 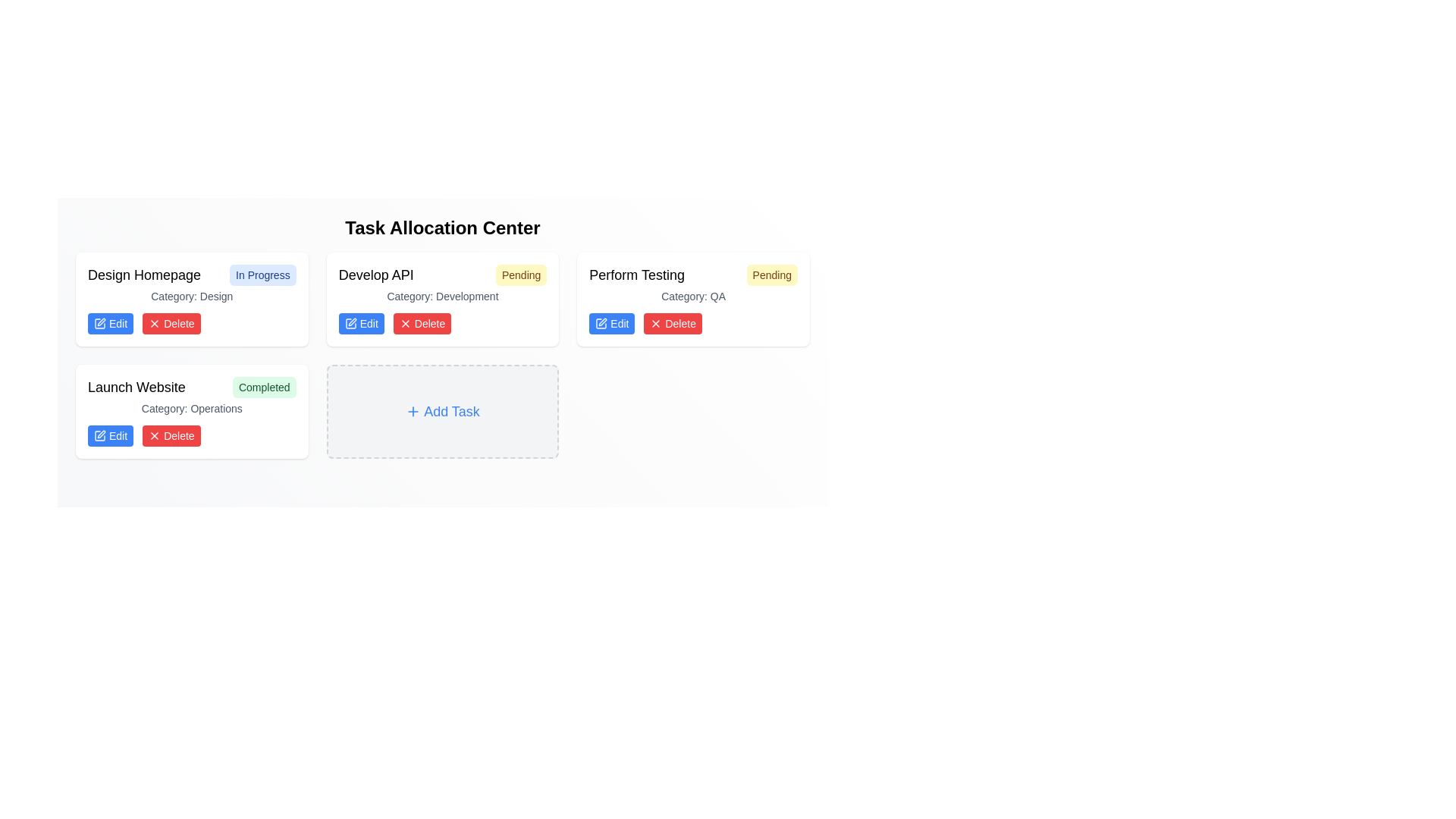 I want to click on the small pen illustration icon within the 'Edit' button located in the task block for 'Develop API', so click(x=350, y=323).